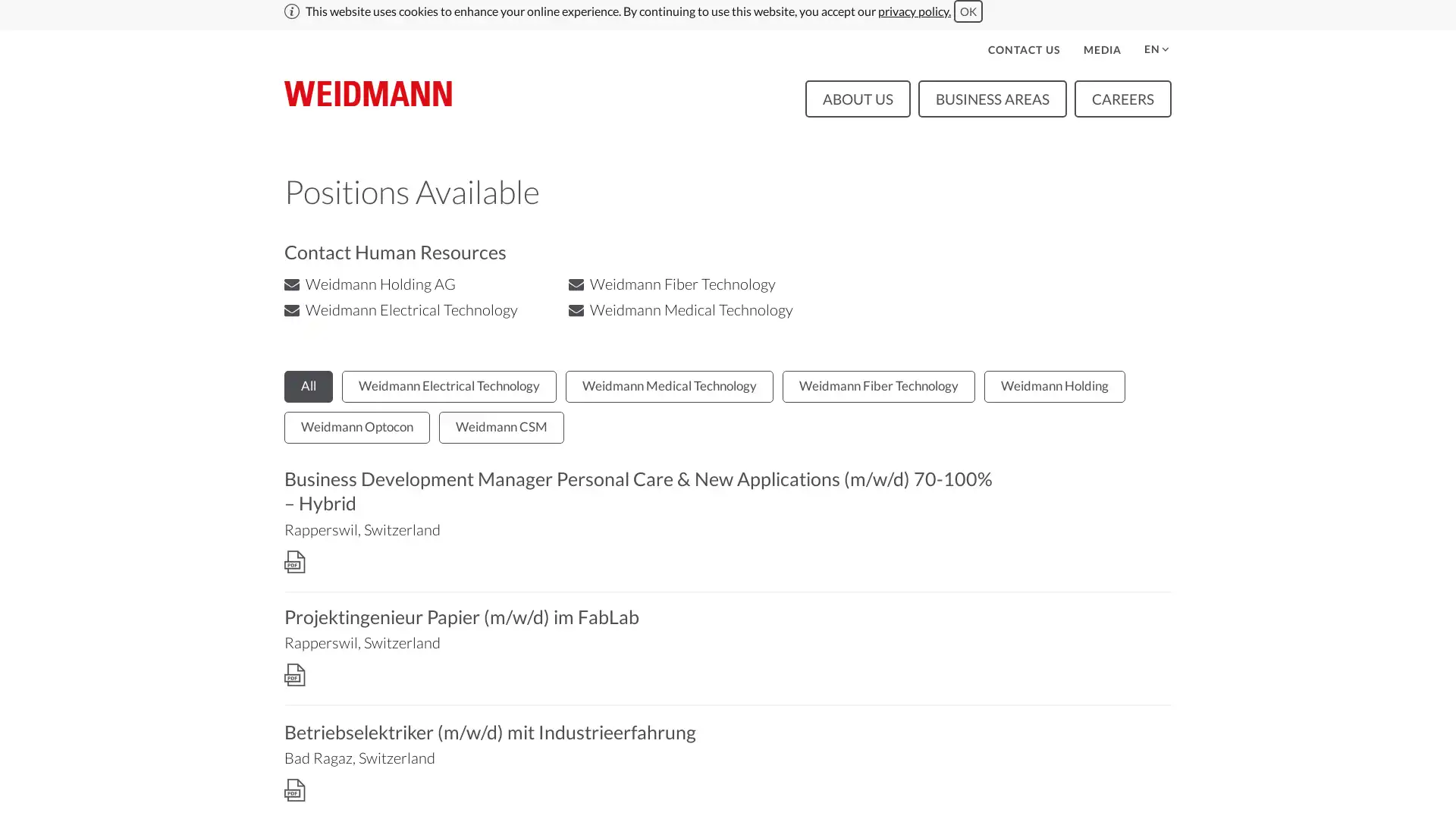  What do you see at coordinates (448, 356) in the screenshot?
I see `Weidmann Electrical Technology` at bounding box center [448, 356].